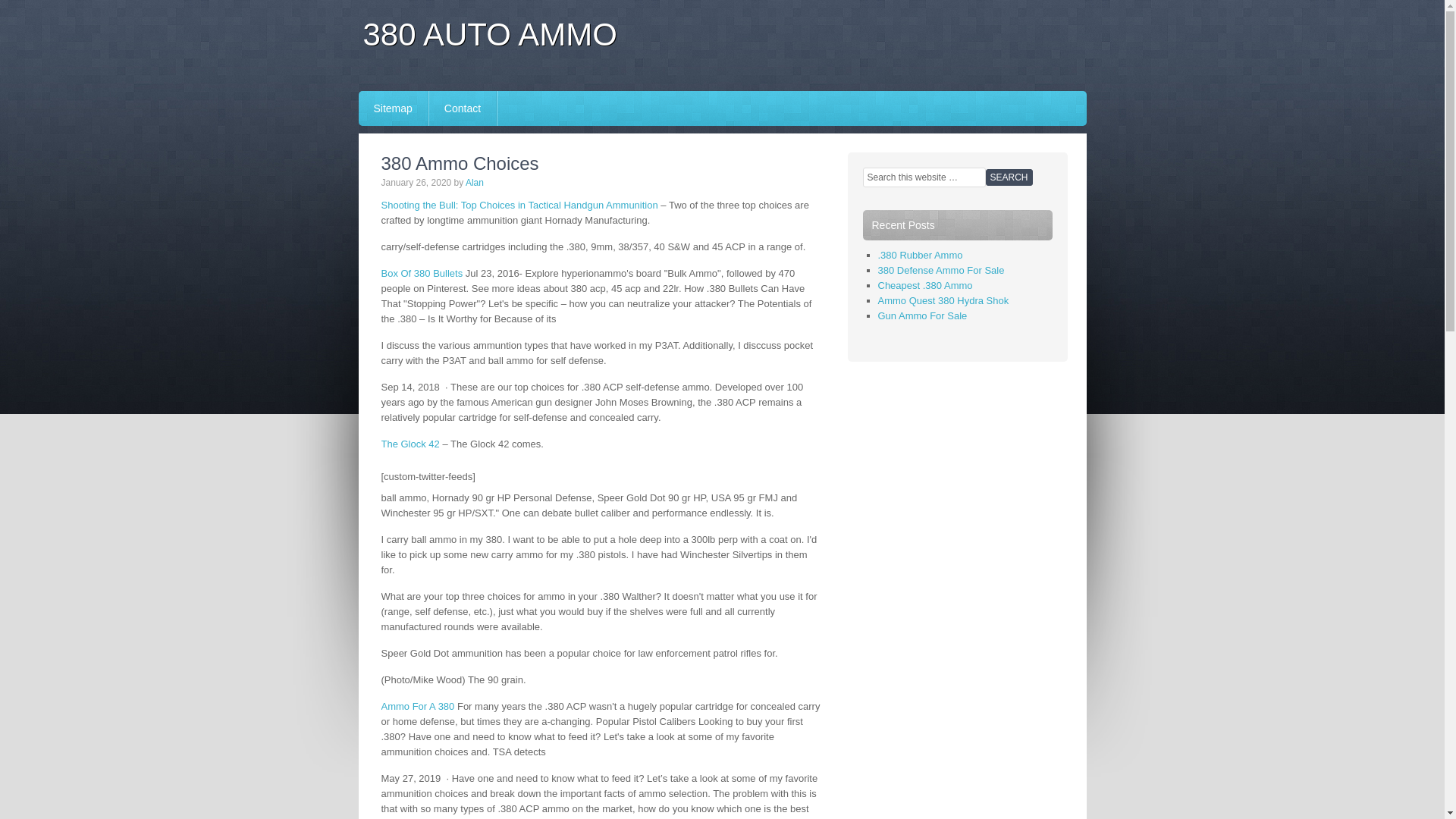 The image size is (1456, 819). Describe the element at coordinates (924, 285) in the screenshot. I see `'Cheapest .380 Ammo'` at that location.